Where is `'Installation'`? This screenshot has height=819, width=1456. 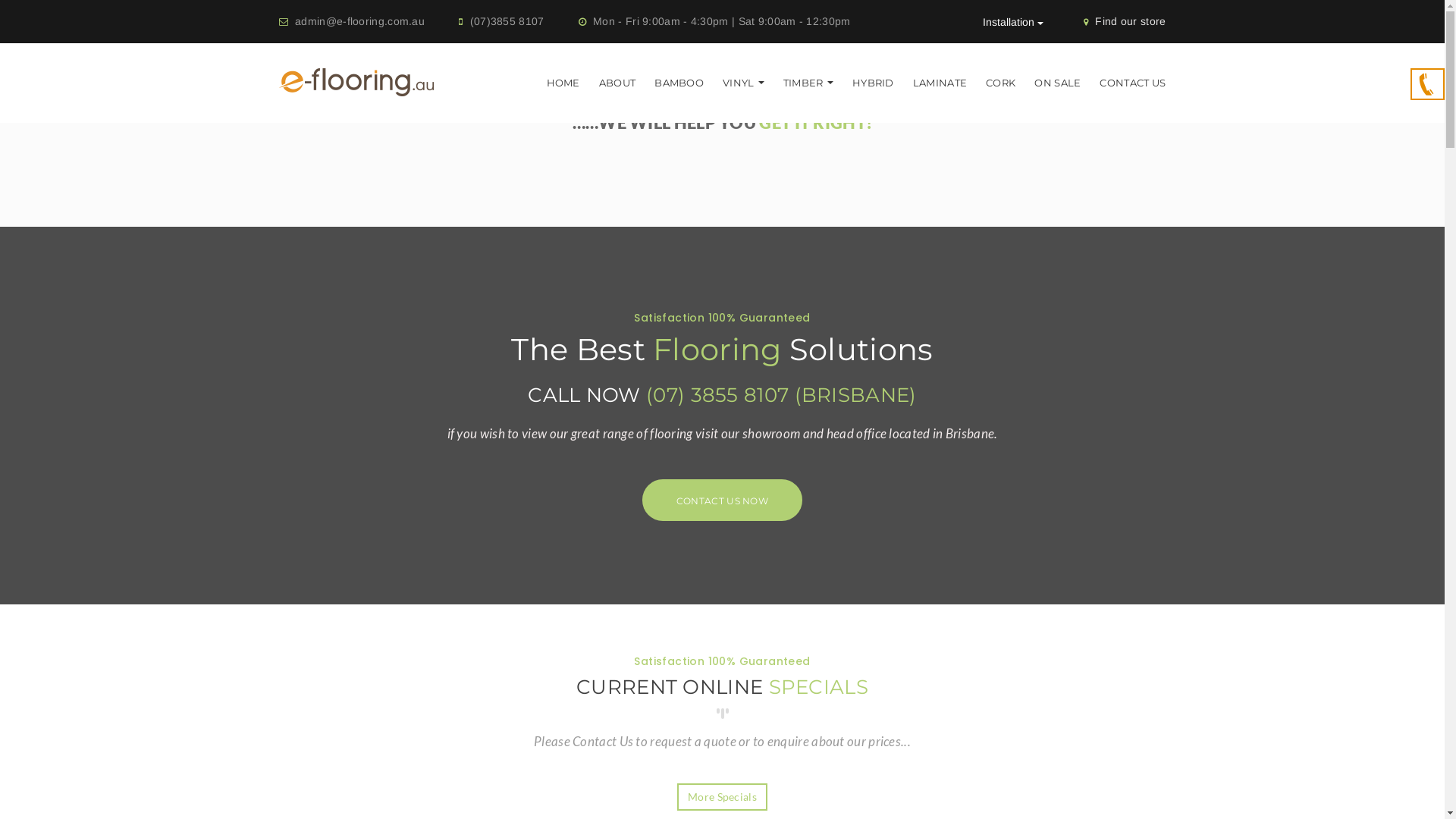
'Installation' is located at coordinates (1012, 22).